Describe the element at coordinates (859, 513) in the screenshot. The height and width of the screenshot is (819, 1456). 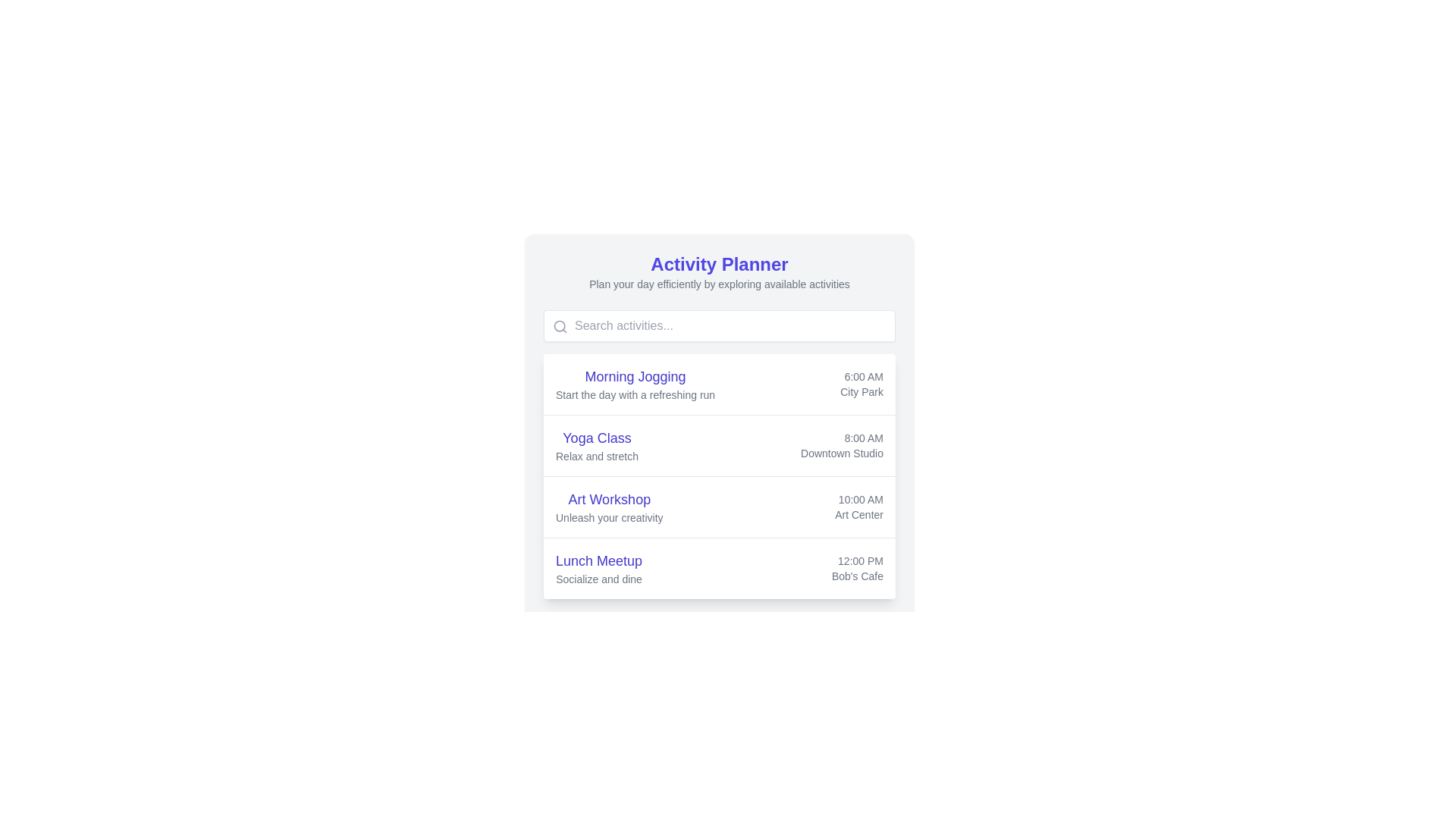
I see `the text label indicating the location of the 'Art Workshop', which is positioned below '10:00 AM' in the planner interface` at that location.